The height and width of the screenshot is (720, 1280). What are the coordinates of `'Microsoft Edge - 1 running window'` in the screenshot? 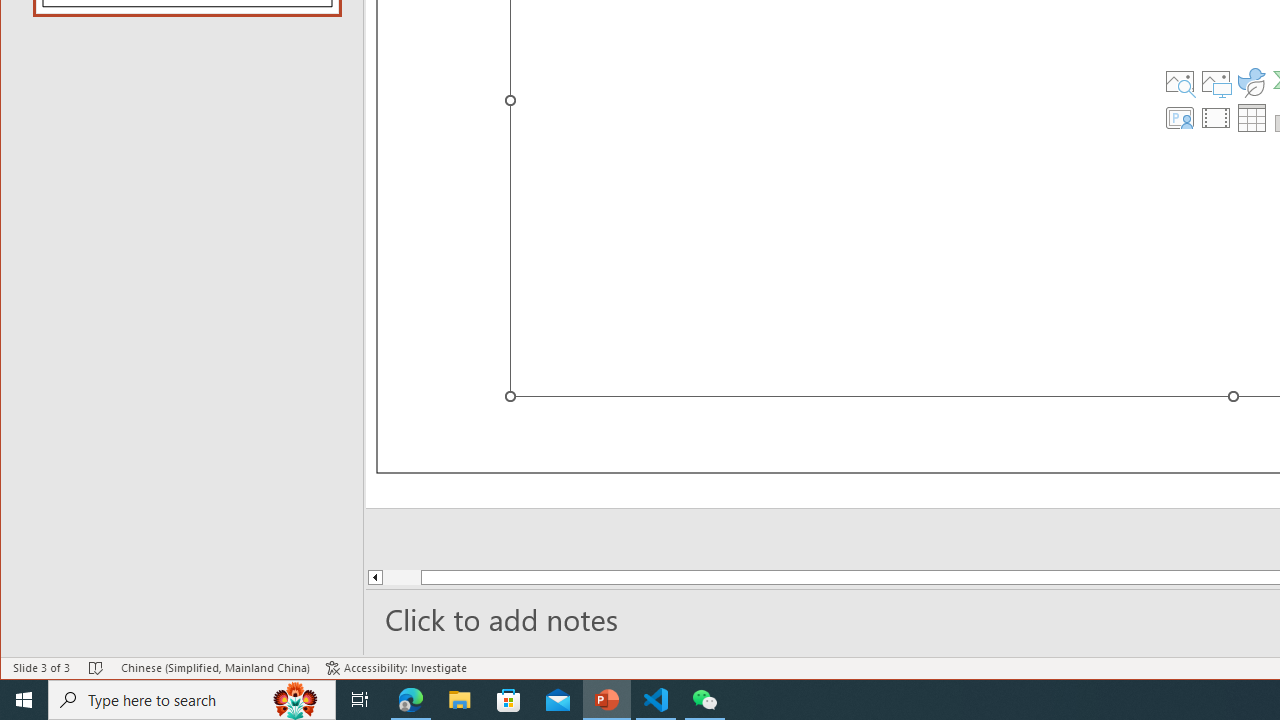 It's located at (410, 698).